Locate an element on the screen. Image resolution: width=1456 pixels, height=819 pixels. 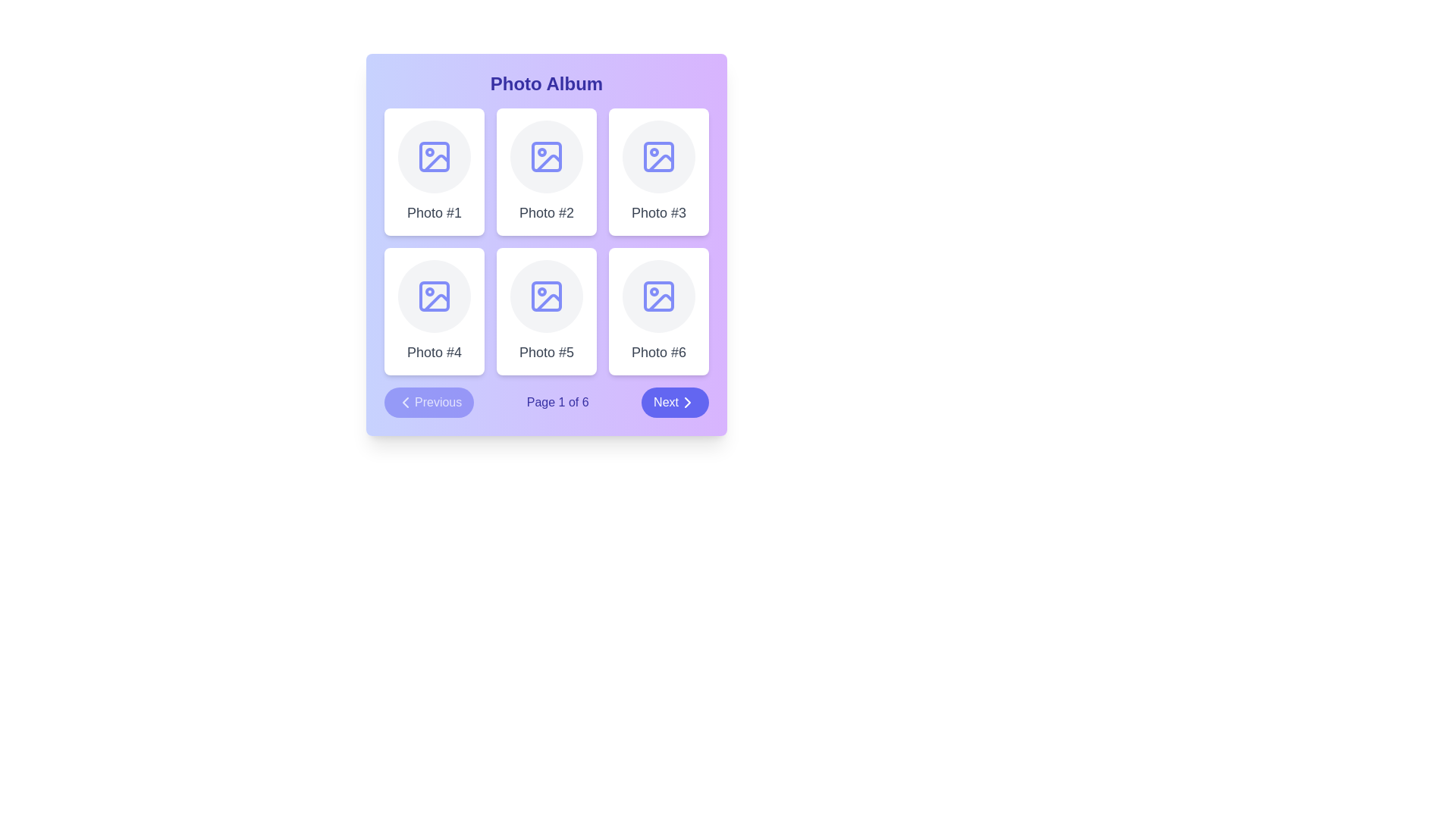
the Item card in the second row, first column of the photo album is located at coordinates (433, 311).